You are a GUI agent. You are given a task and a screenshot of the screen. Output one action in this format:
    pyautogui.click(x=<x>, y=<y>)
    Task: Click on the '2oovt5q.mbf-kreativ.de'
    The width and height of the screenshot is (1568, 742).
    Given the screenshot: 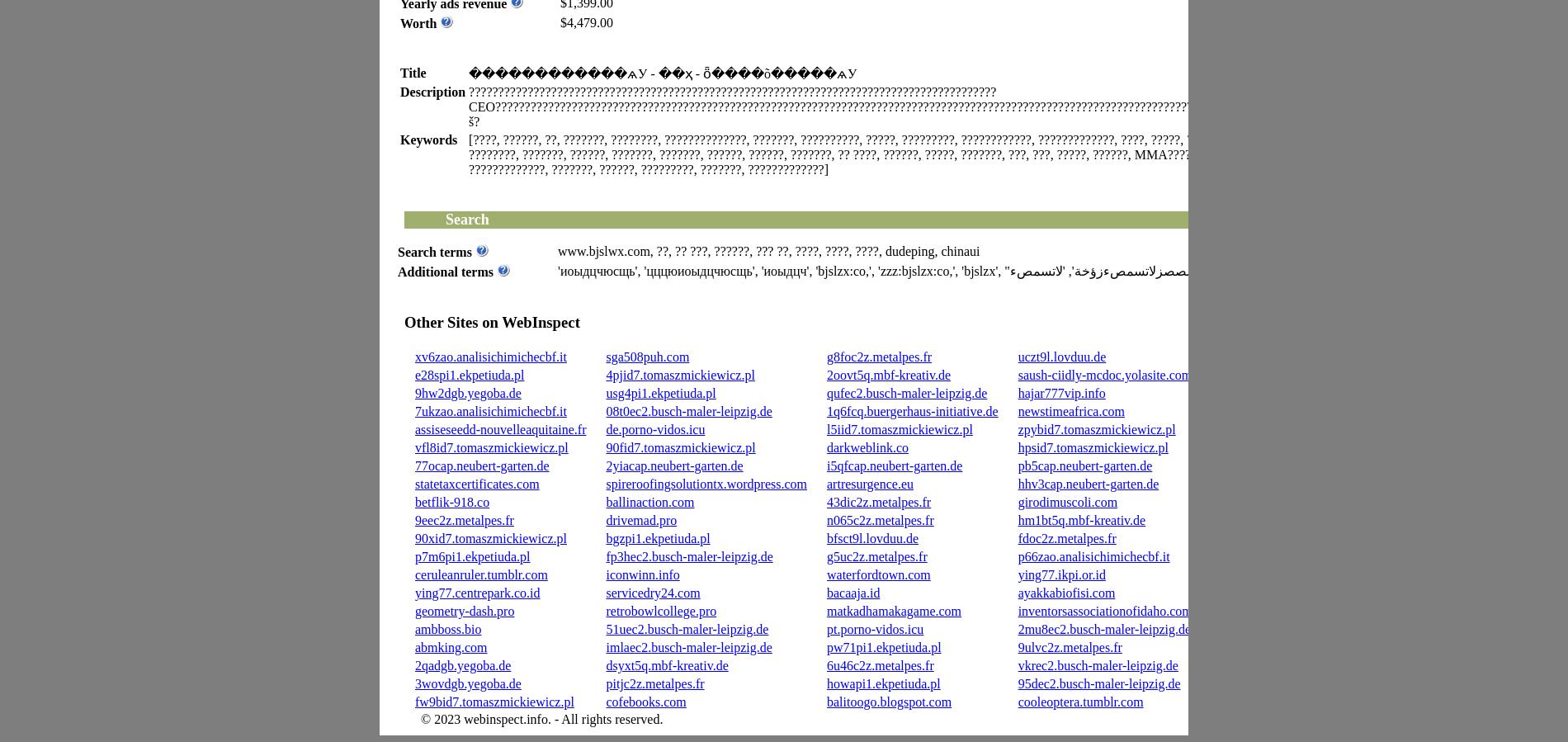 What is the action you would take?
    pyautogui.click(x=888, y=375)
    